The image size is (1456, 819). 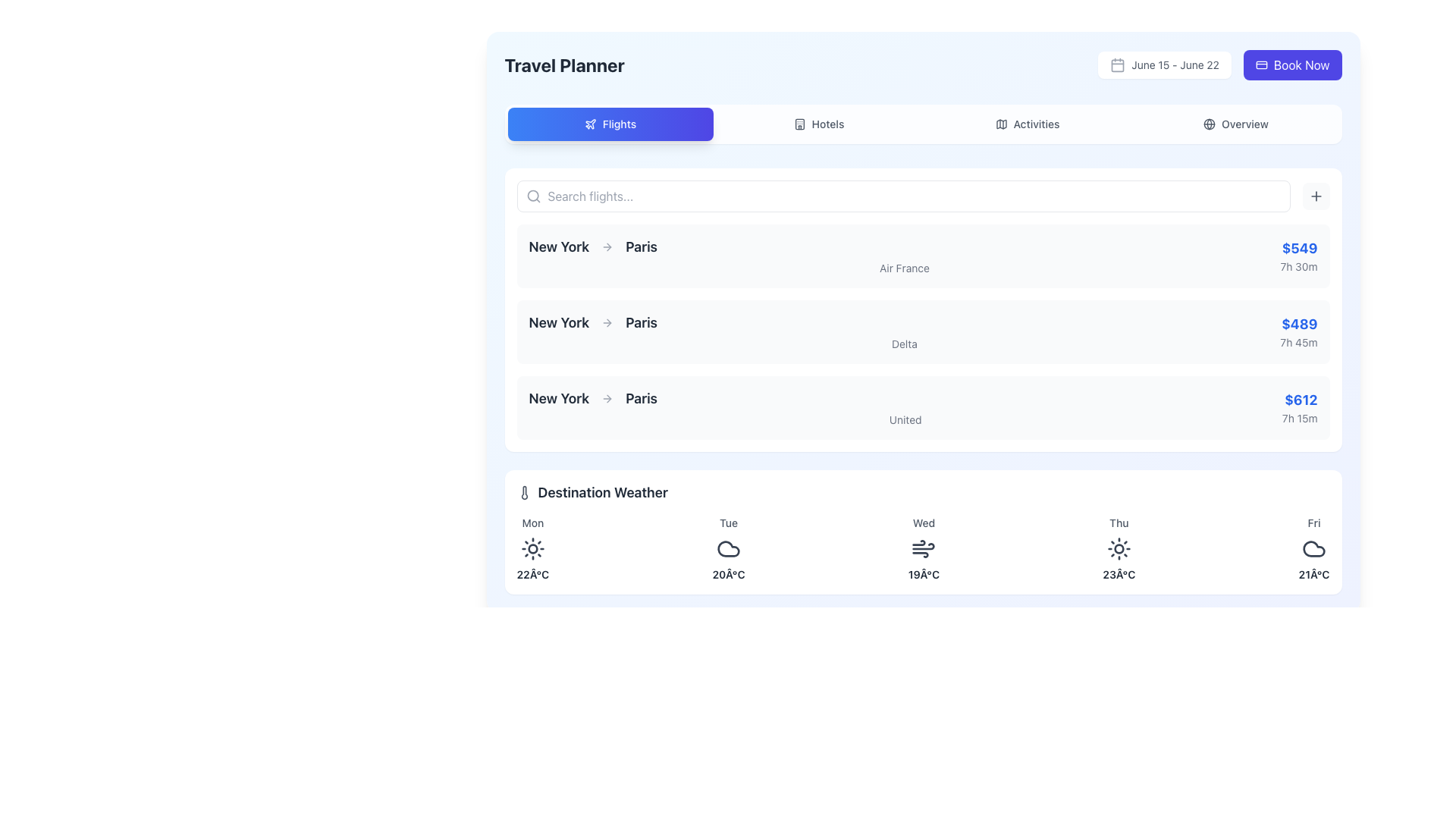 I want to click on the text label displaying '7h 30m' which is located below '$549' in the 'Flights' section if it is interactive, so click(x=1298, y=265).